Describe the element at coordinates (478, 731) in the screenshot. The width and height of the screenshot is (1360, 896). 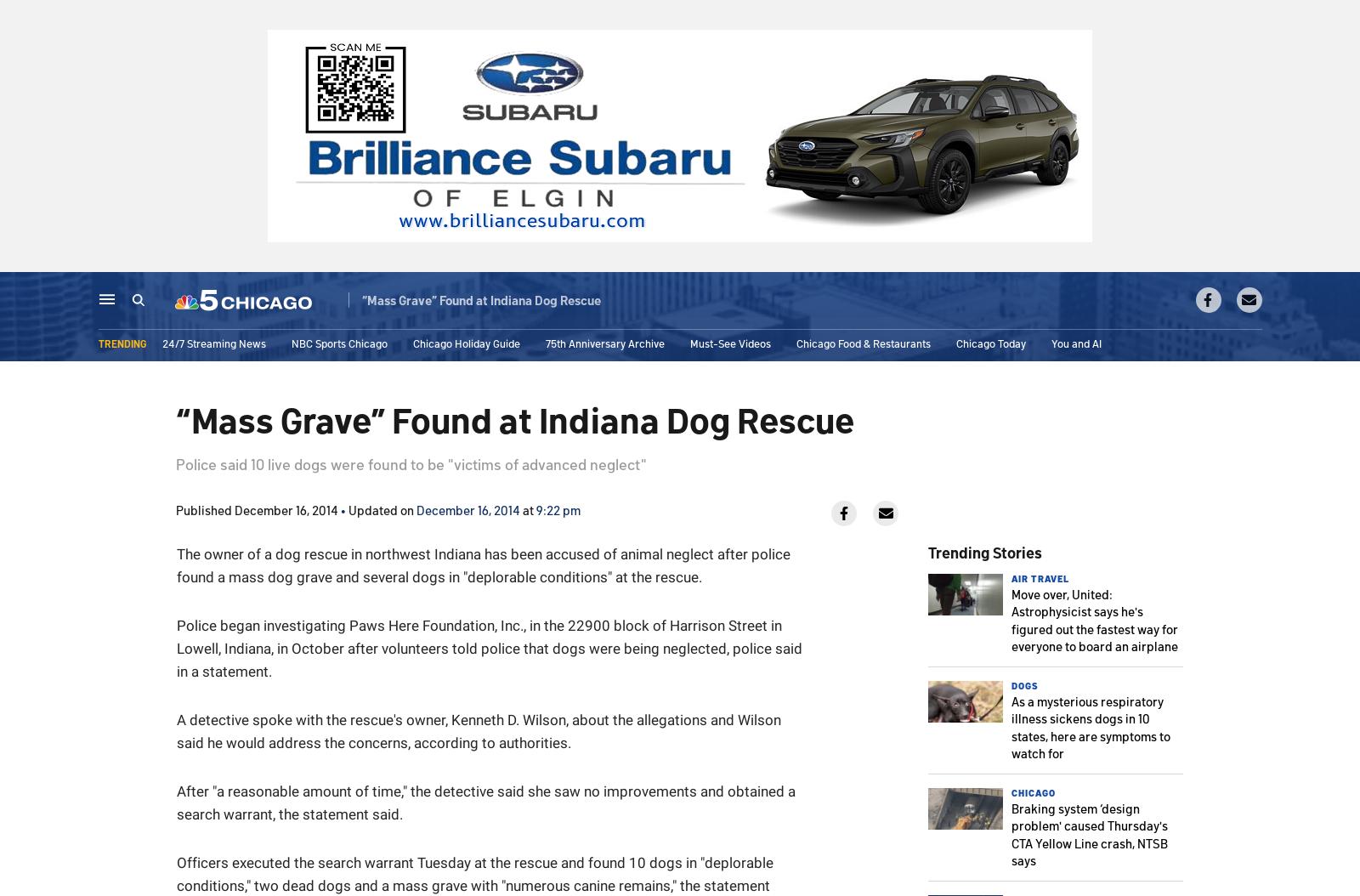
I see `'A detective spoke with the rescue's owner, Kenneth D. Wilson, about the allegations and Wilson said he would address the concerns, according to authorities.'` at that location.